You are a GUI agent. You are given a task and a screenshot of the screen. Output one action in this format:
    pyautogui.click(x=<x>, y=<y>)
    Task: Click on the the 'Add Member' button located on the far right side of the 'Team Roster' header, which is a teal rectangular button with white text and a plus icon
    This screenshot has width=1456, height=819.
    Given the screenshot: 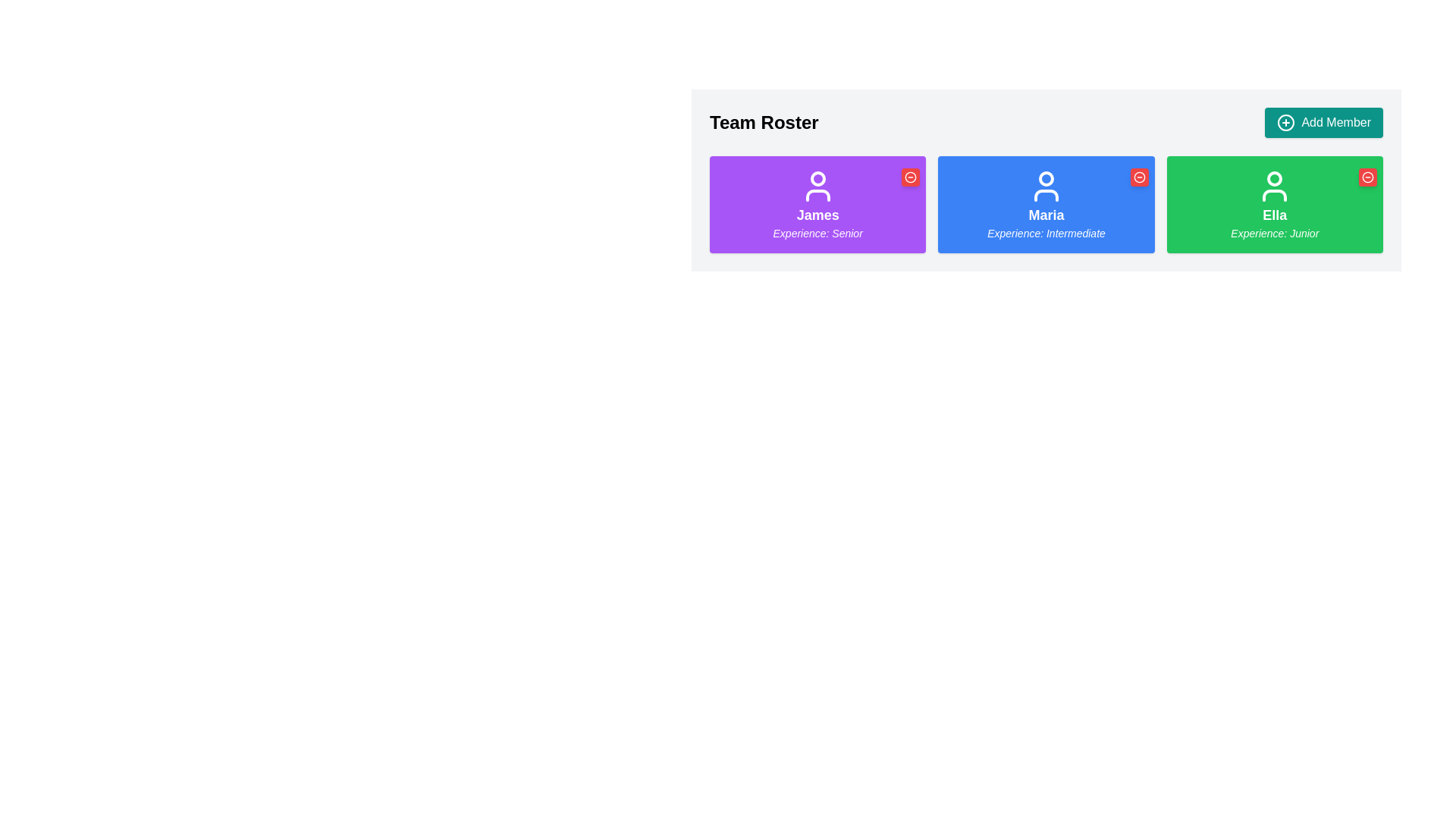 What is the action you would take?
    pyautogui.click(x=1323, y=122)
    